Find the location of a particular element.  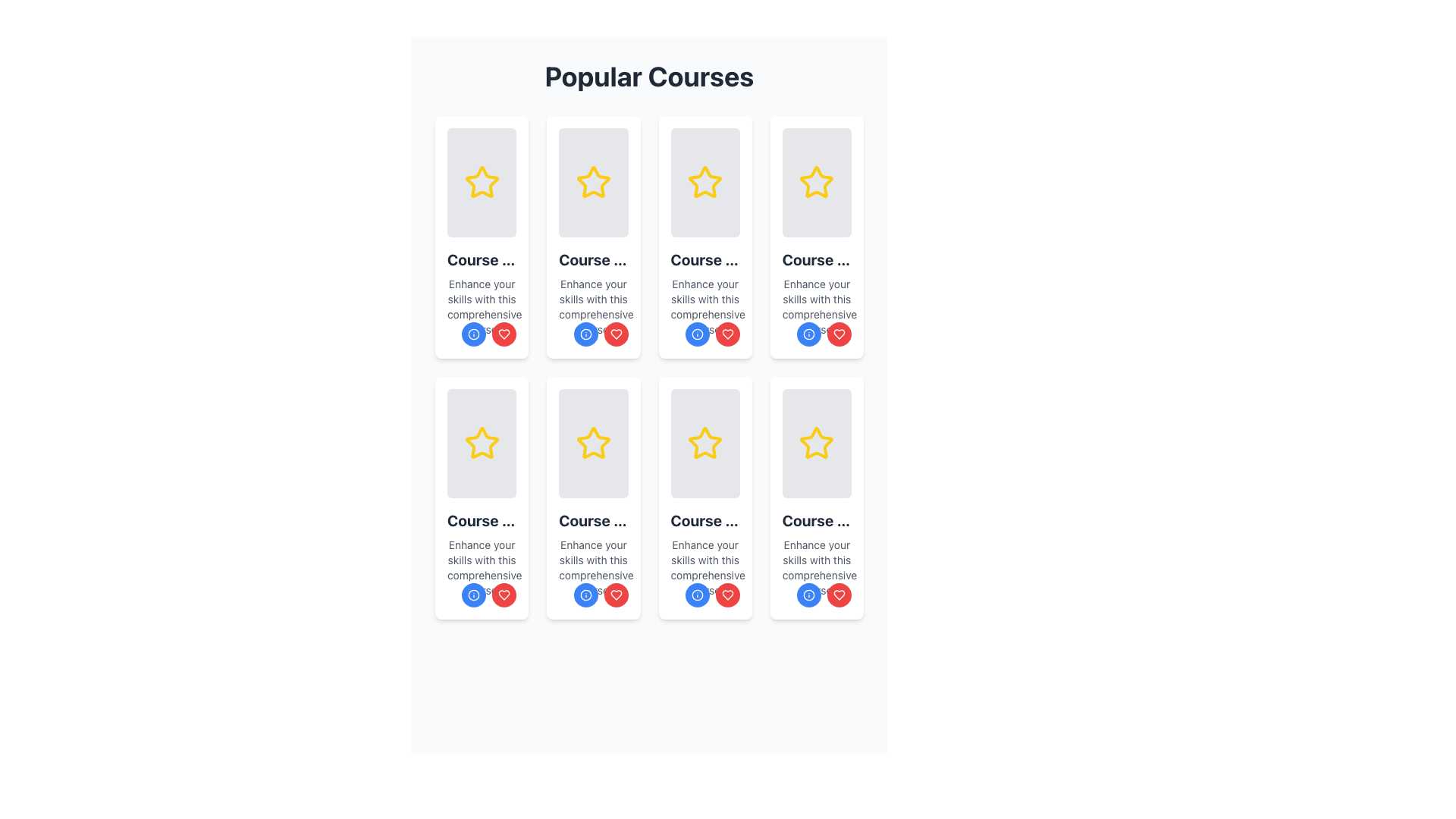

the third card widget in the top row of the grid layout, which features a white background, a yellow star icon, and the title 'Course Title 3' is located at coordinates (704, 237).